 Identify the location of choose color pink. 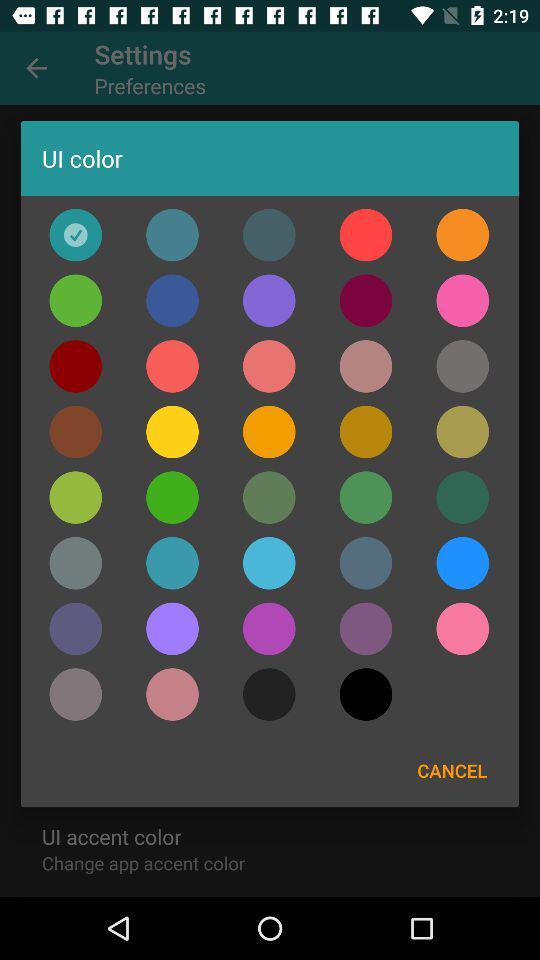
(462, 627).